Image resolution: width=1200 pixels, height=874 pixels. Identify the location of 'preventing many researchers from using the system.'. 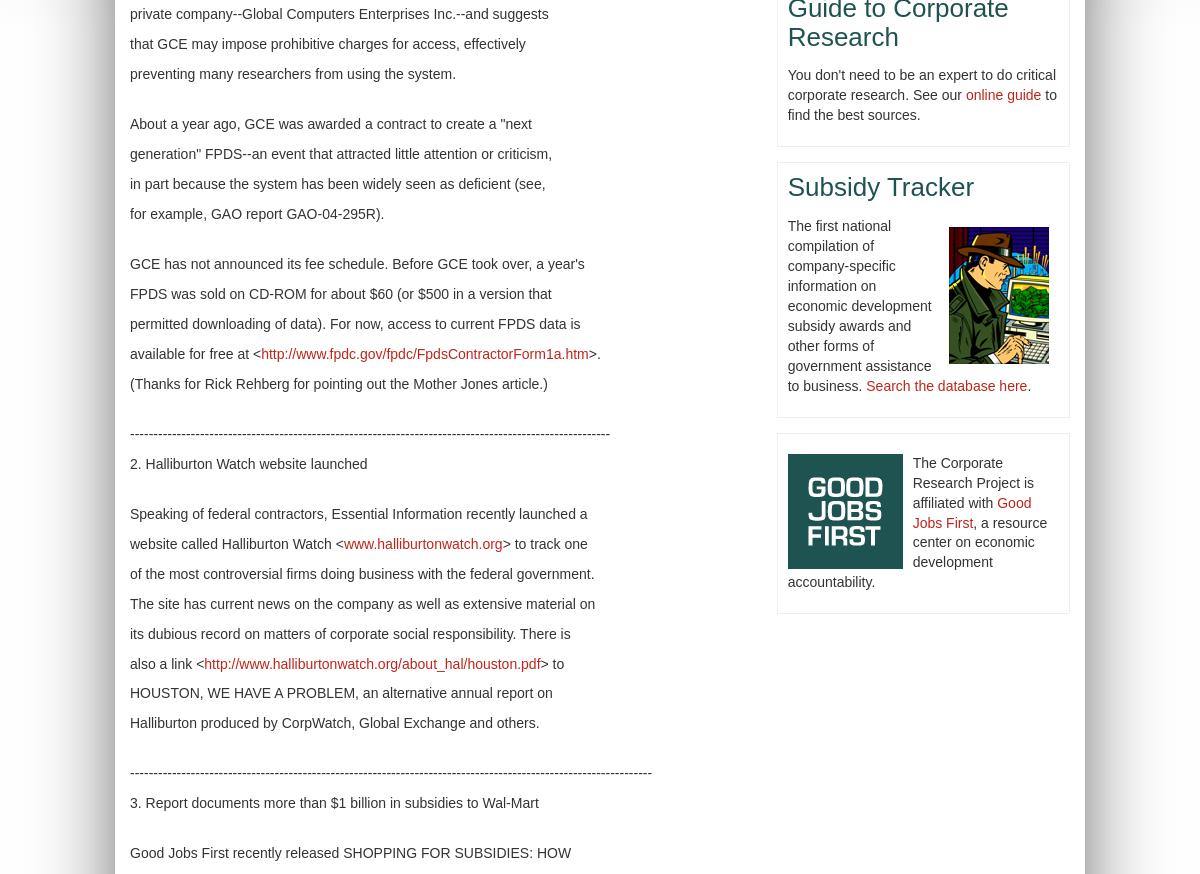
(292, 71).